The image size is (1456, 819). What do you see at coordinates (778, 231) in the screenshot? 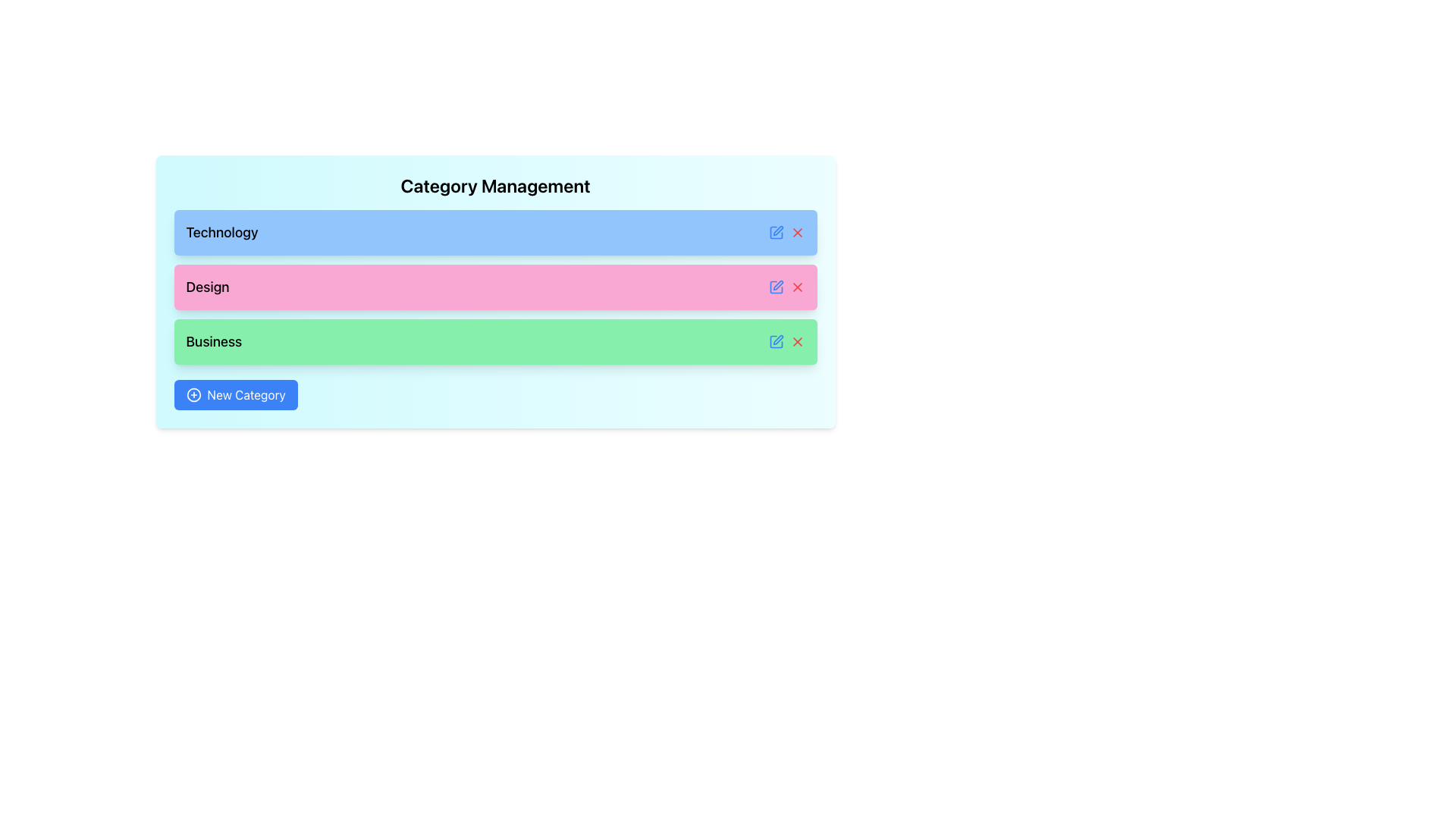
I see `the icon button resembling a pen located in the upper-right portion of the blue row labeled 'Technology.'` at bounding box center [778, 231].